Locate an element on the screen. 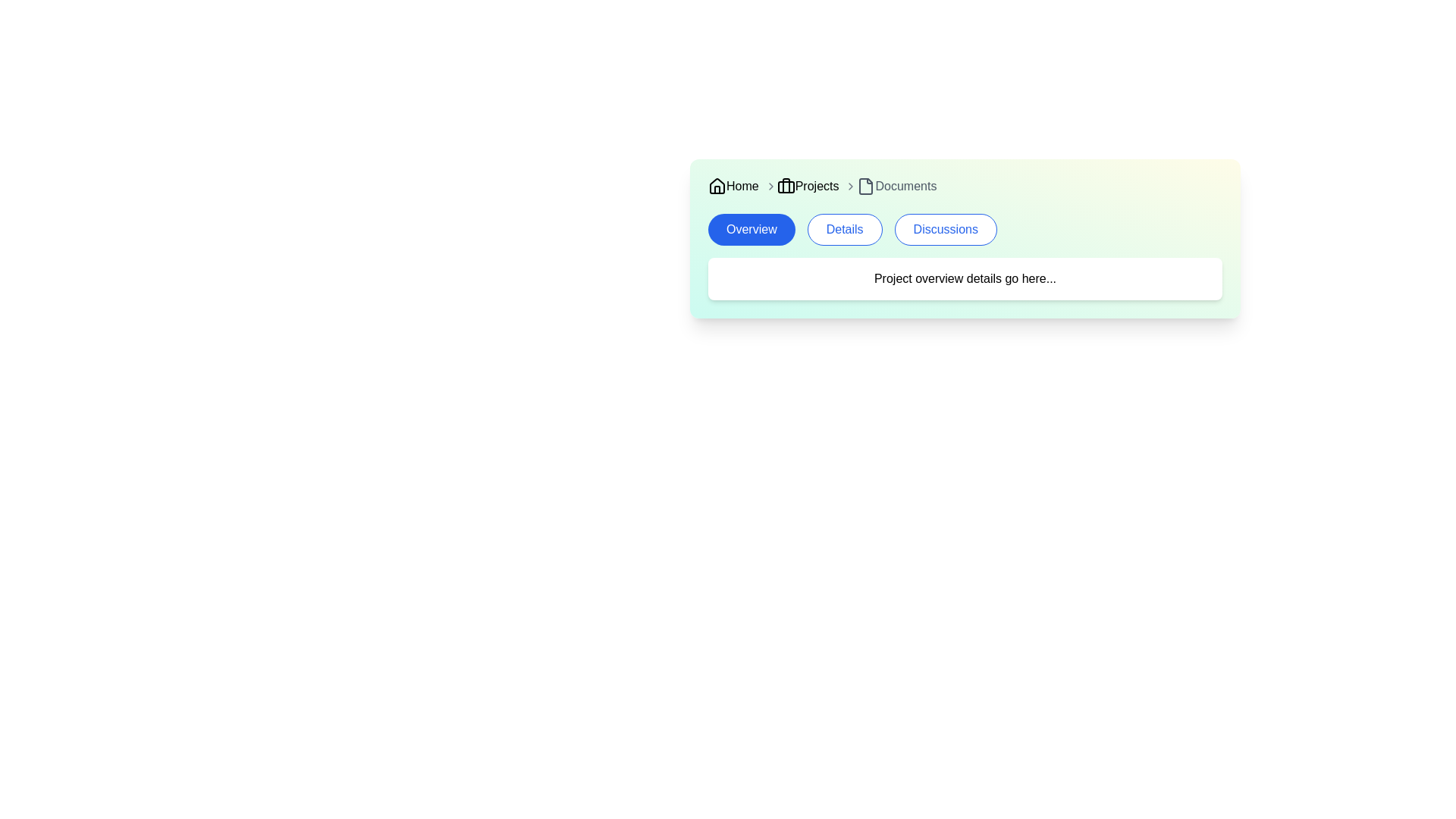 The image size is (1456, 819). the horizontal rectangle part of the stylized briefcase icon in the breadcrumb navigation labeled 'Projects' is located at coordinates (786, 186).